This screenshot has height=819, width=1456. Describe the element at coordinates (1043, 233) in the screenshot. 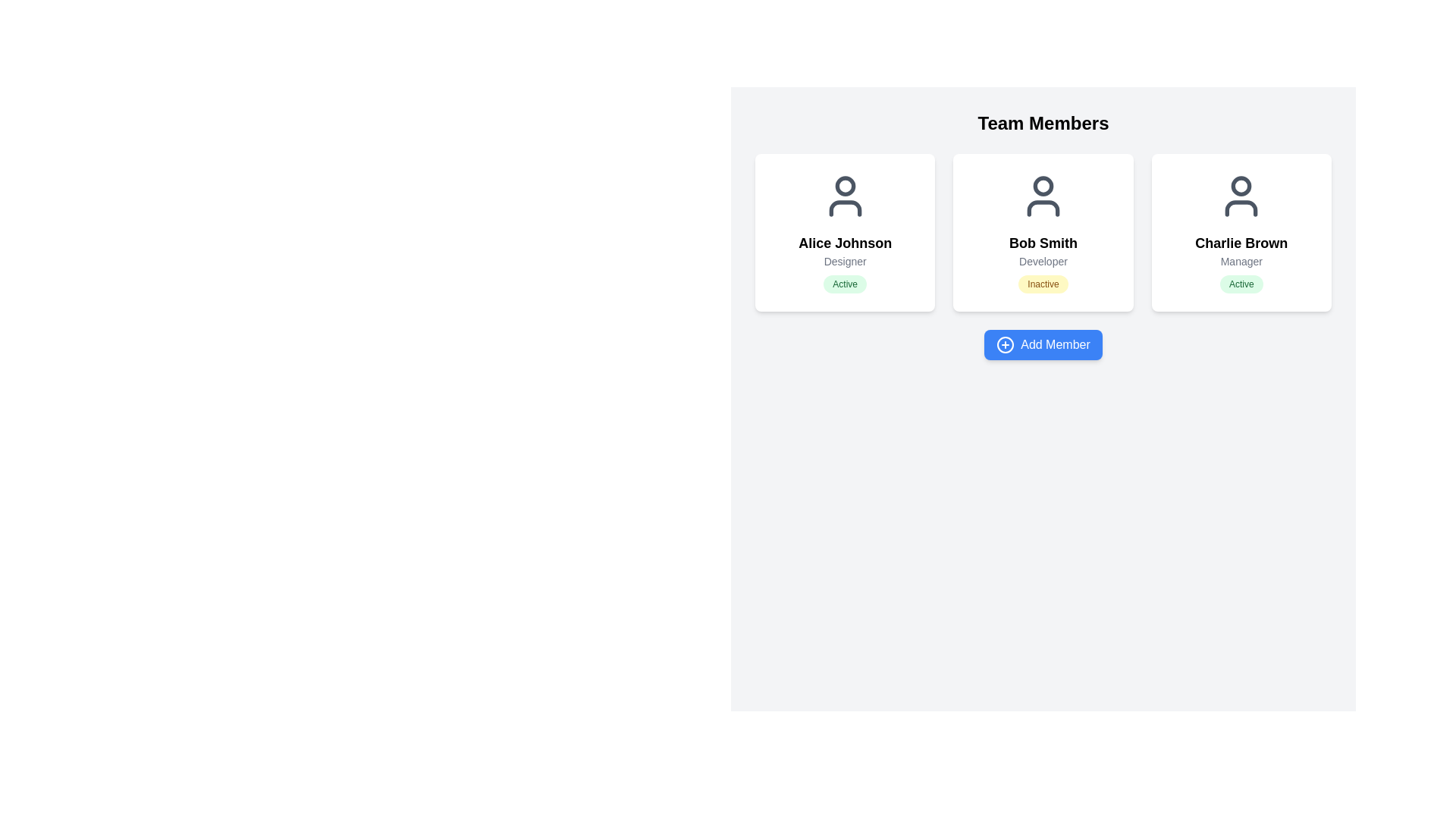

I see `the user profile card displaying the user's name, role, and current status, located in the middle of a three-column grid layout as the second card` at that location.